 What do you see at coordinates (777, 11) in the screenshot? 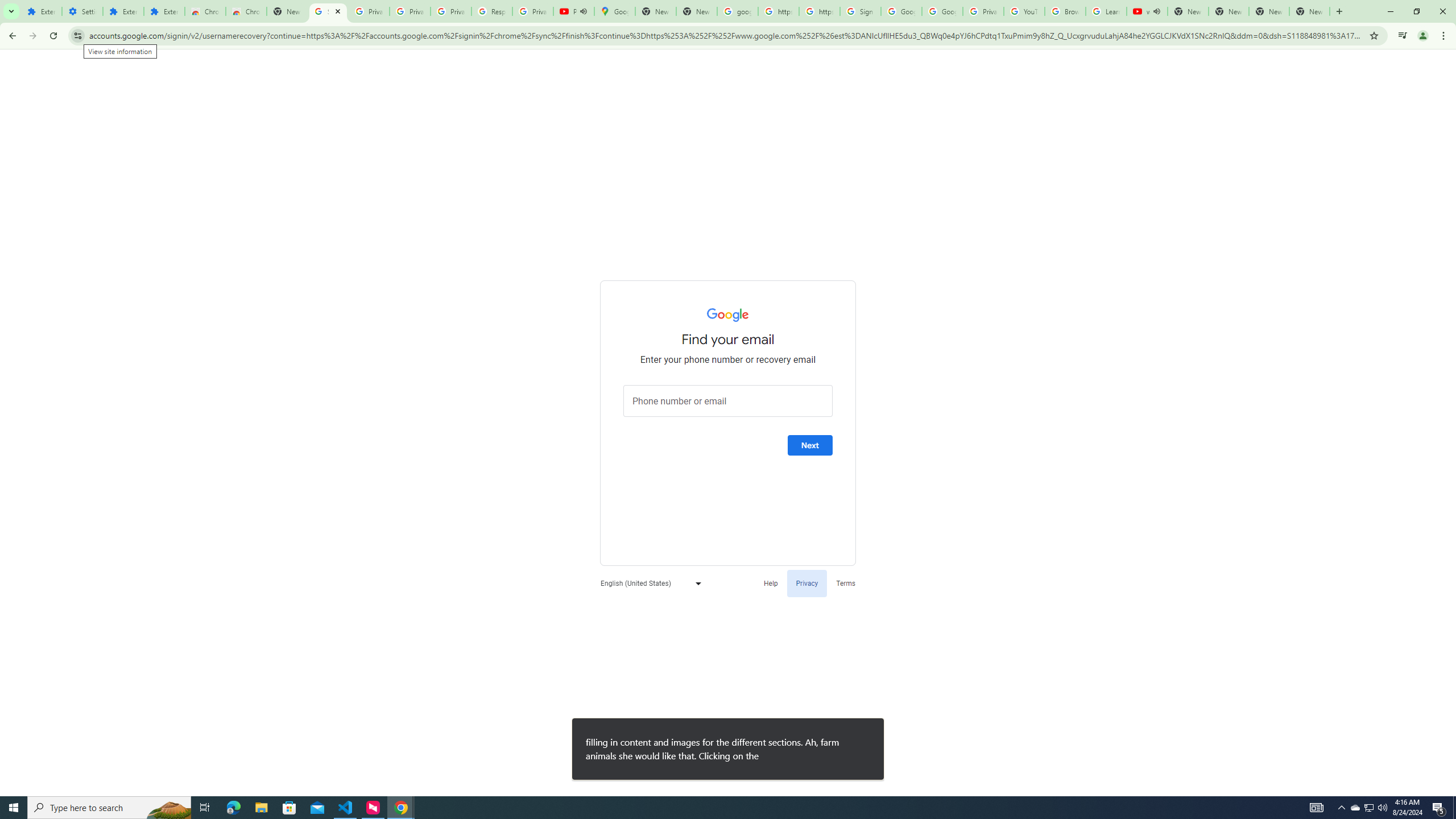
I see `'https://scholar.google.com/'` at bounding box center [777, 11].